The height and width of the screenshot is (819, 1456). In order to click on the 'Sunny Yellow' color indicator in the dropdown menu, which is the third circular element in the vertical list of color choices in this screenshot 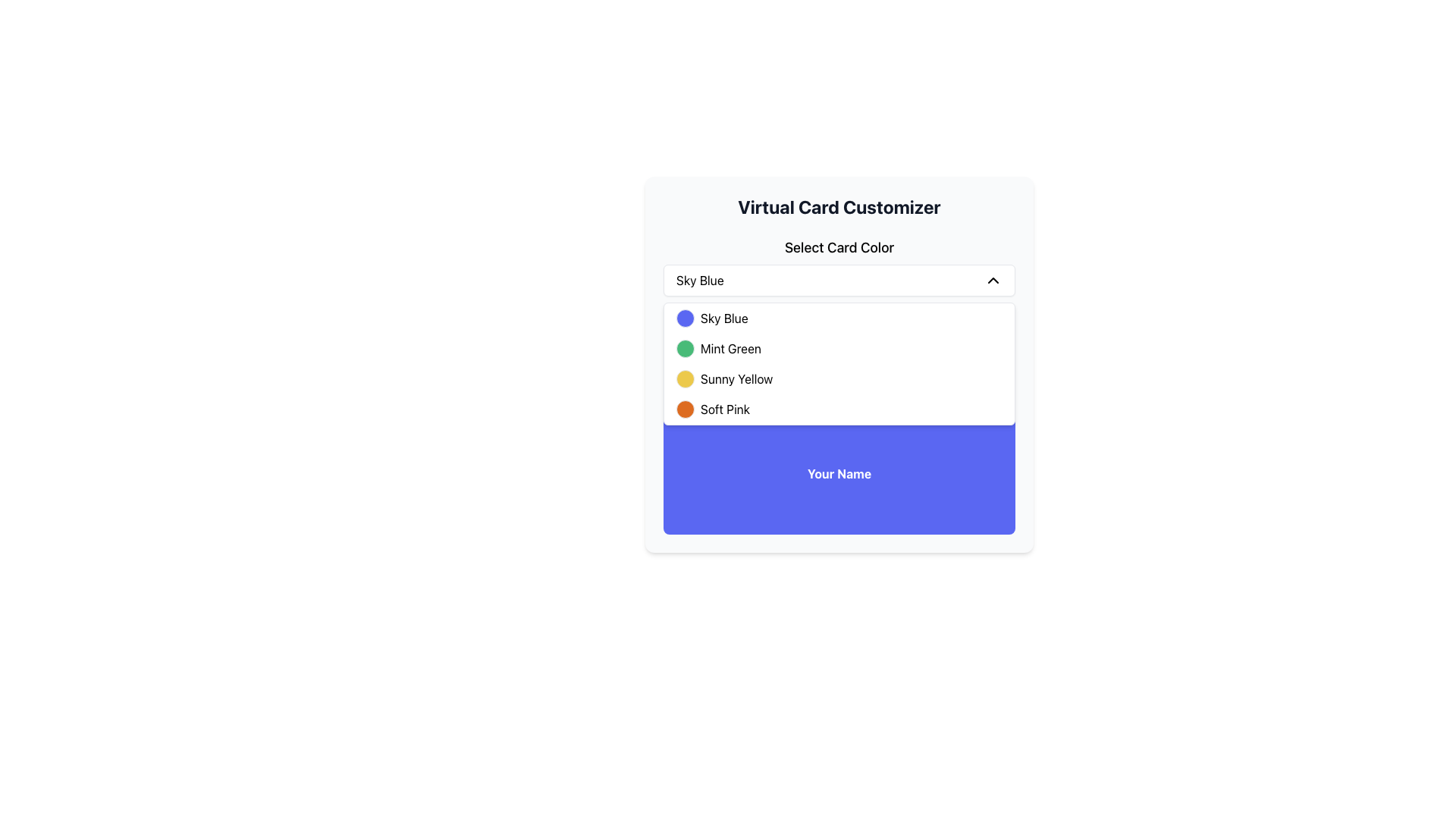, I will do `click(684, 378)`.